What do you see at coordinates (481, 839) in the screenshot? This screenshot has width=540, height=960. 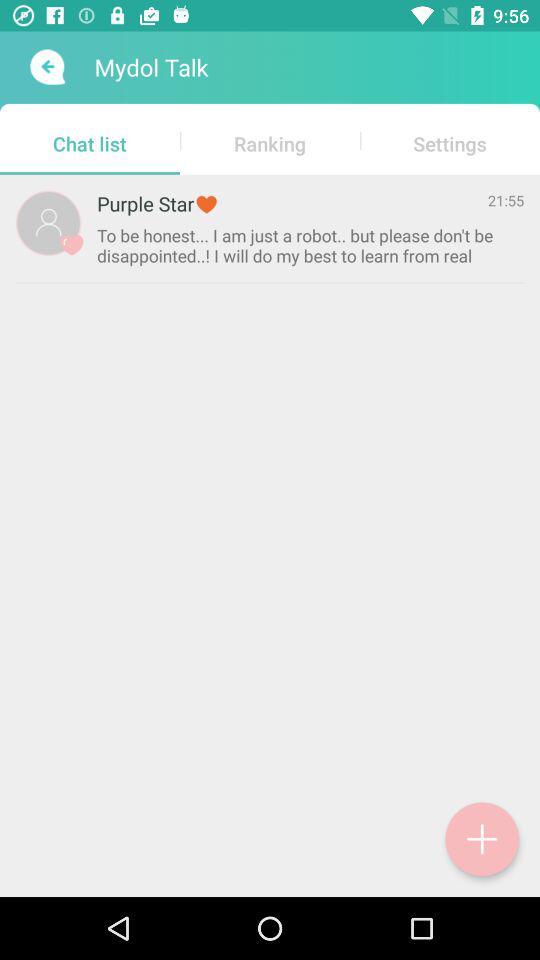 I see `a chat` at bounding box center [481, 839].